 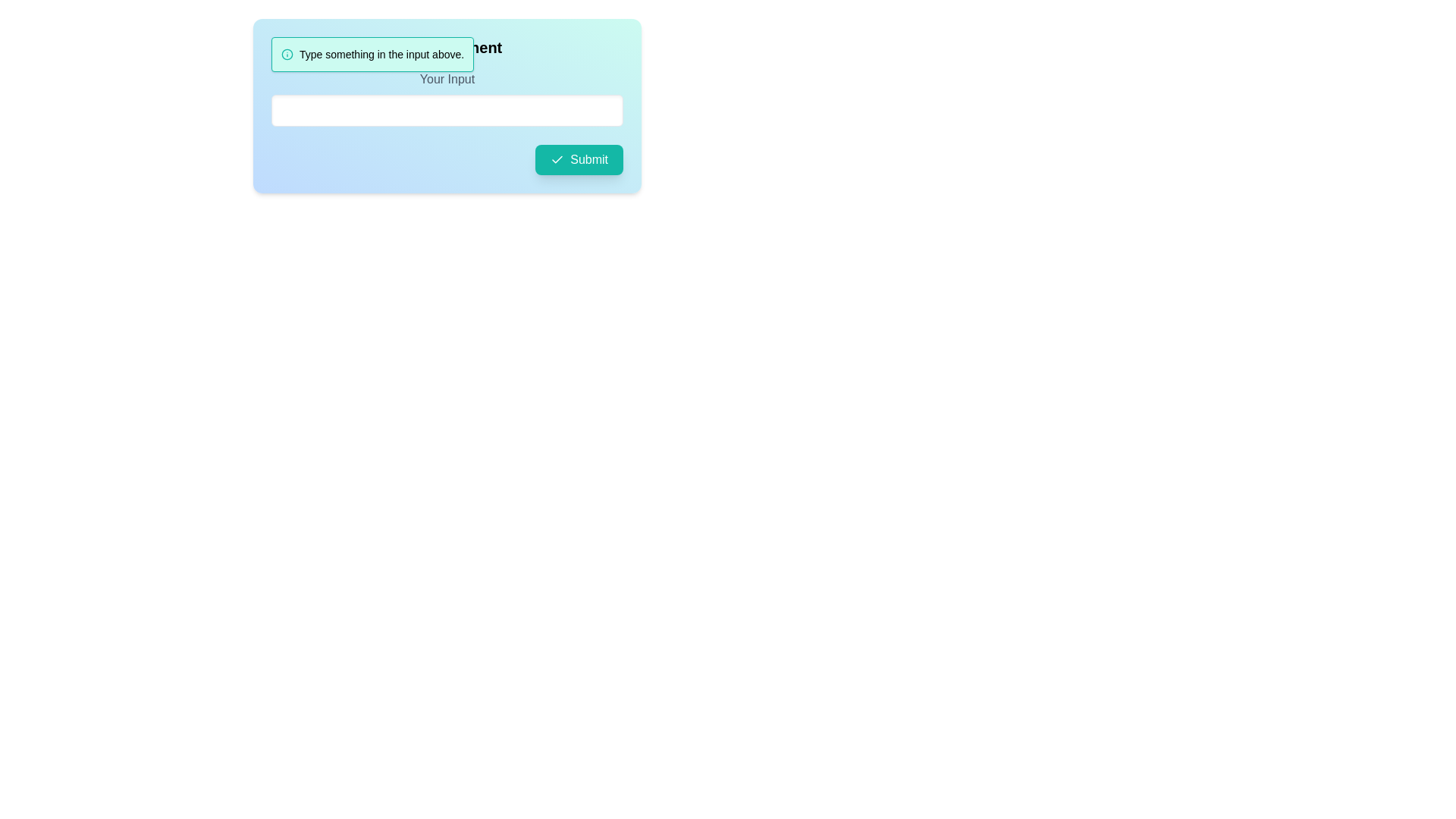 I want to click on the text input field located directly below the label 'Your Input', so click(x=447, y=99).